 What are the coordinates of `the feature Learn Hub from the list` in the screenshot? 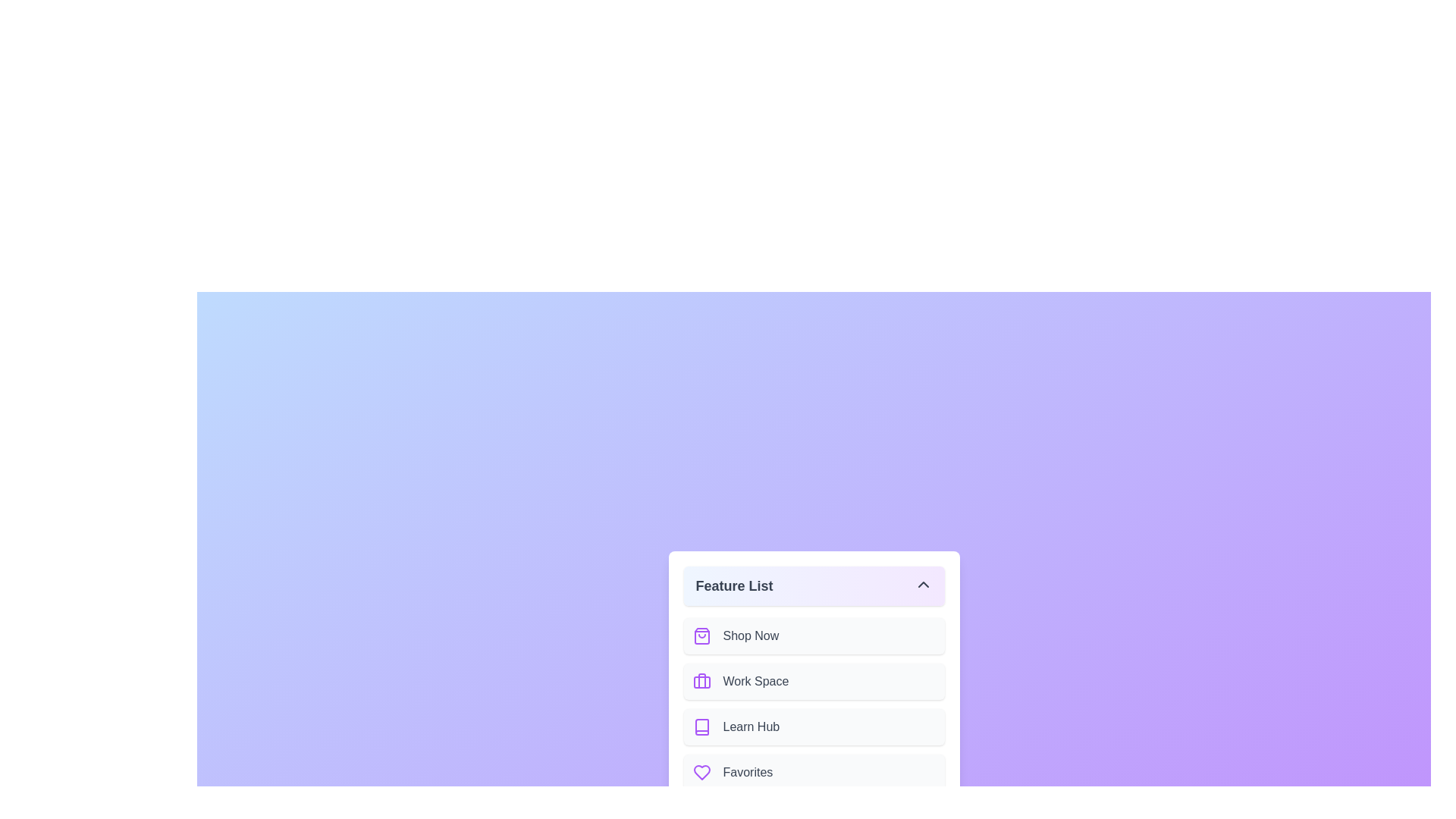 It's located at (813, 726).